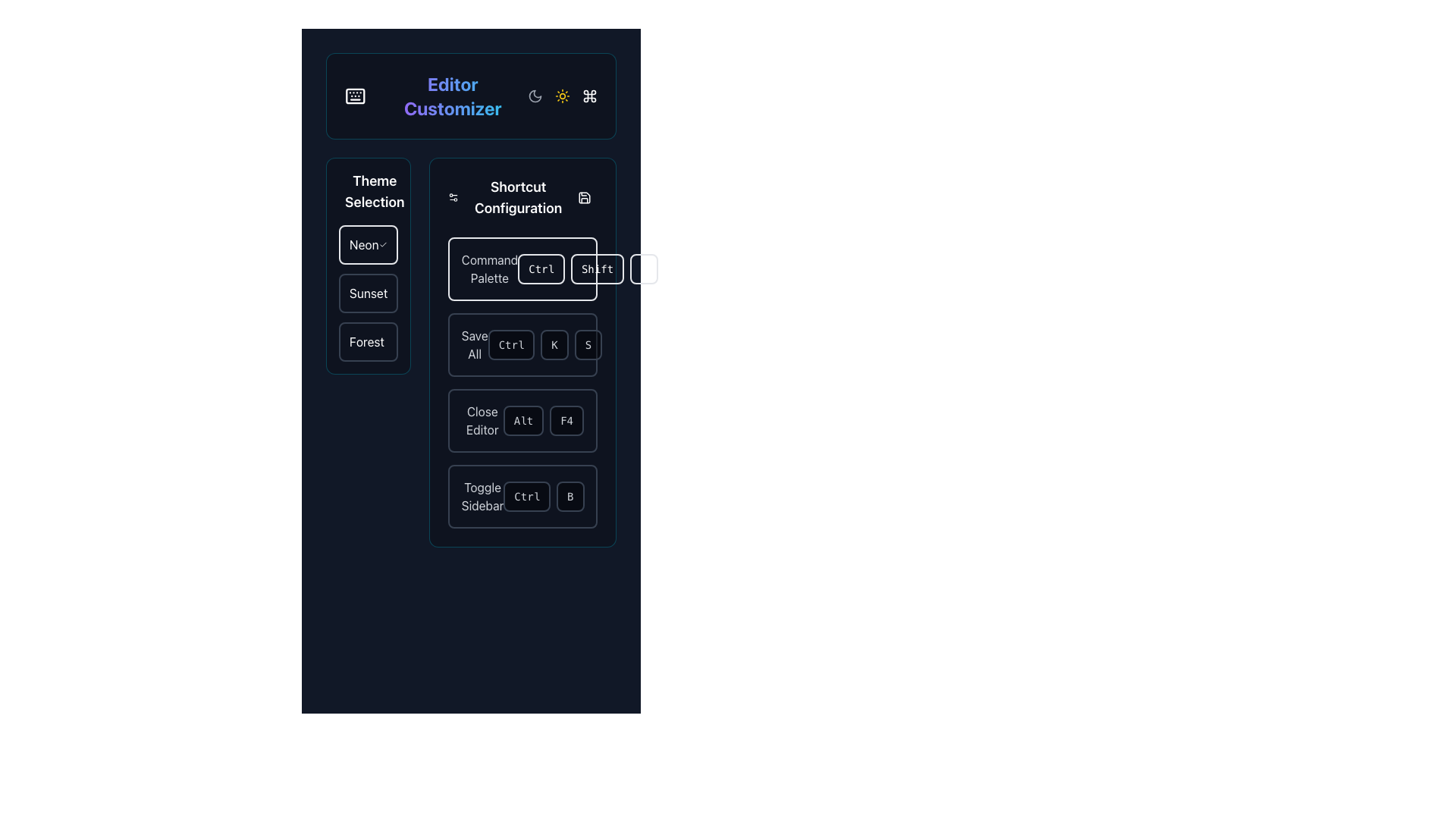 The height and width of the screenshot is (819, 1456). Describe the element at coordinates (368, 293) in the screenshot. I see `the 'Sunset' theme selection button located in the 'Theme Selection' section to change its border color` at that location.